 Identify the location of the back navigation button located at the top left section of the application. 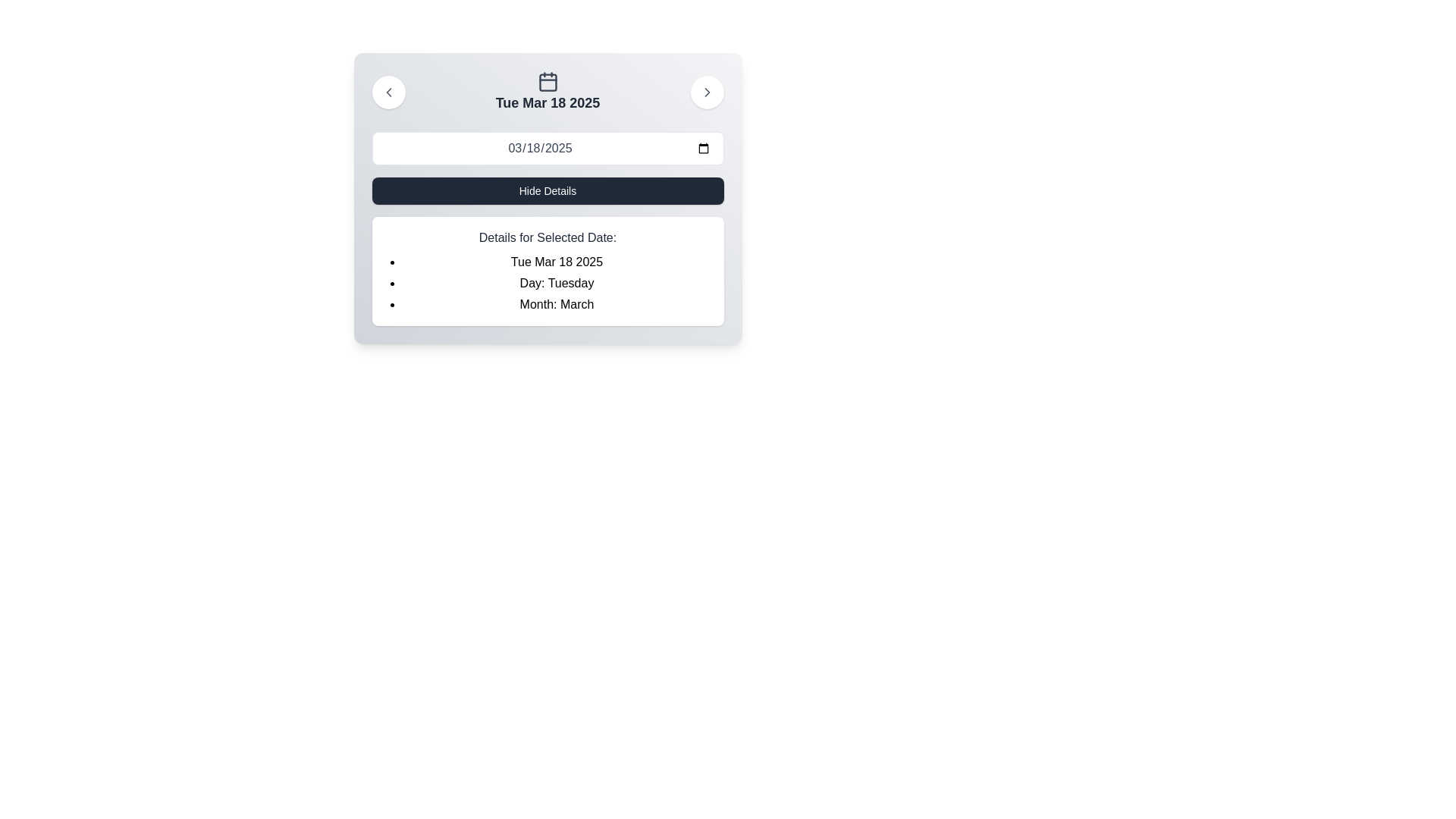
(388, 93).